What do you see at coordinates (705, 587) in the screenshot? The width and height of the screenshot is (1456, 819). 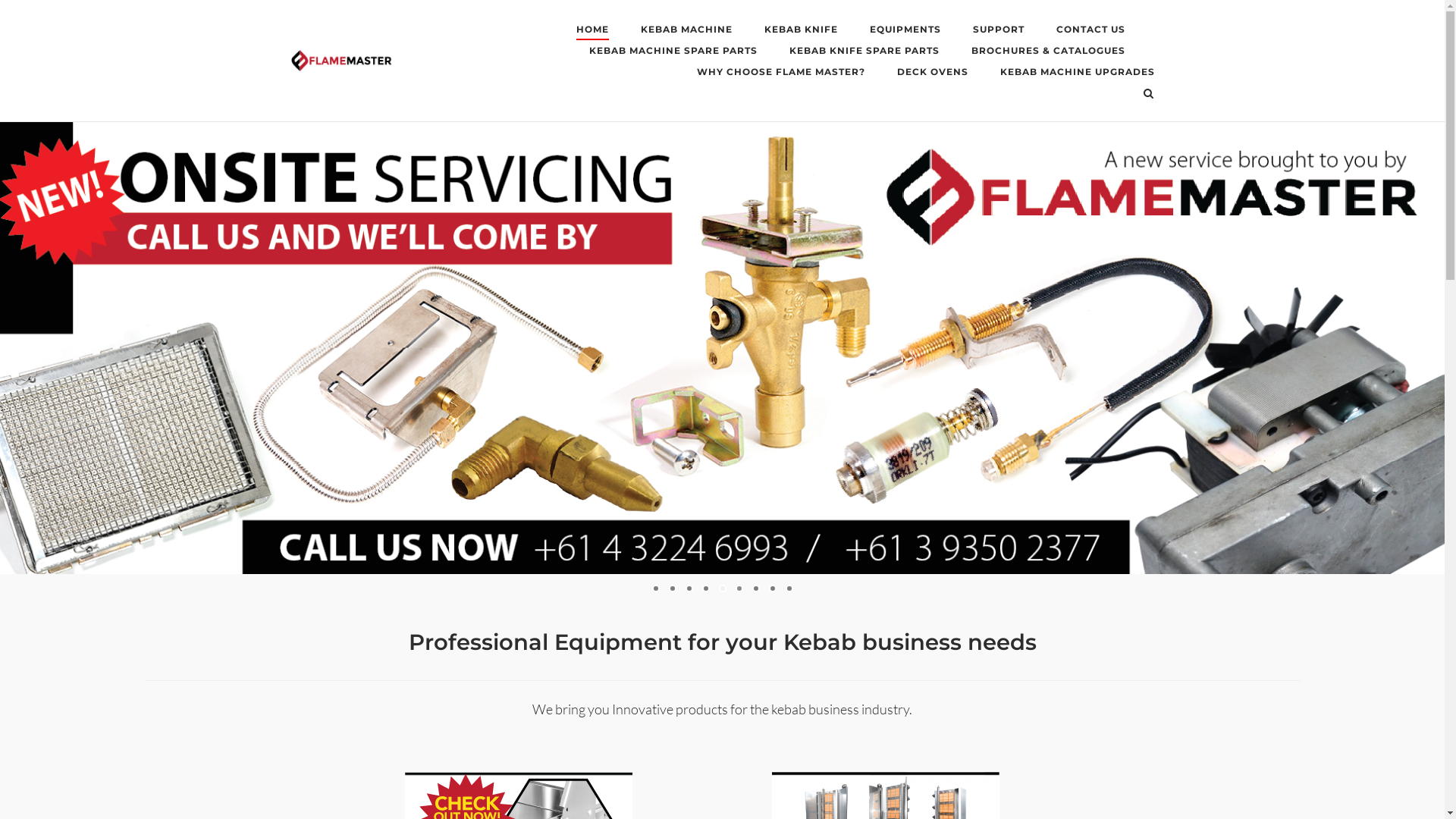 I see `'4'` at bounding box center [705, 587].